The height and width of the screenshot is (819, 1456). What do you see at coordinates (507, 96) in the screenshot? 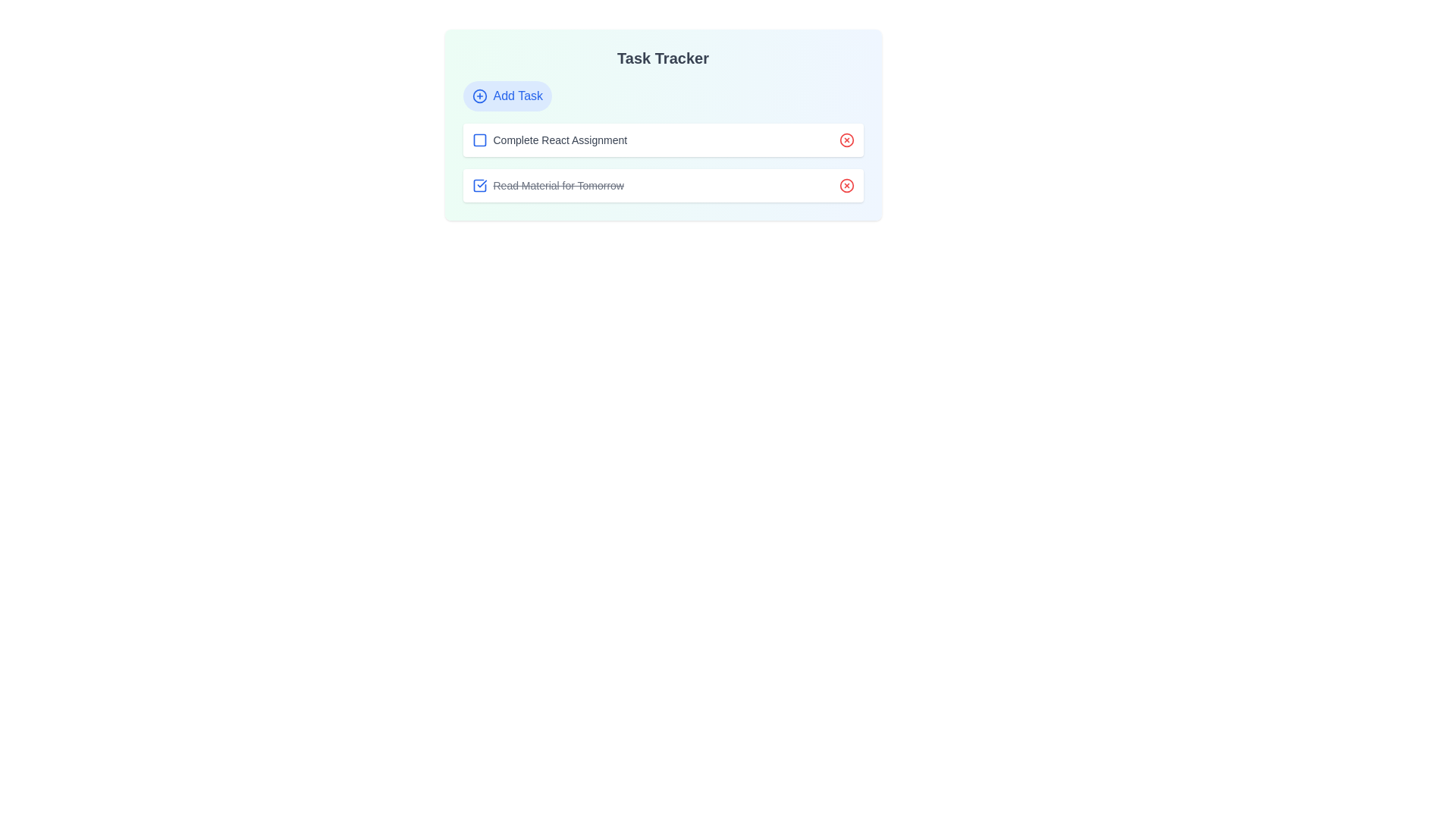
I see `the 'Add Task' button to add a new task` at bounding box center [507, 96].